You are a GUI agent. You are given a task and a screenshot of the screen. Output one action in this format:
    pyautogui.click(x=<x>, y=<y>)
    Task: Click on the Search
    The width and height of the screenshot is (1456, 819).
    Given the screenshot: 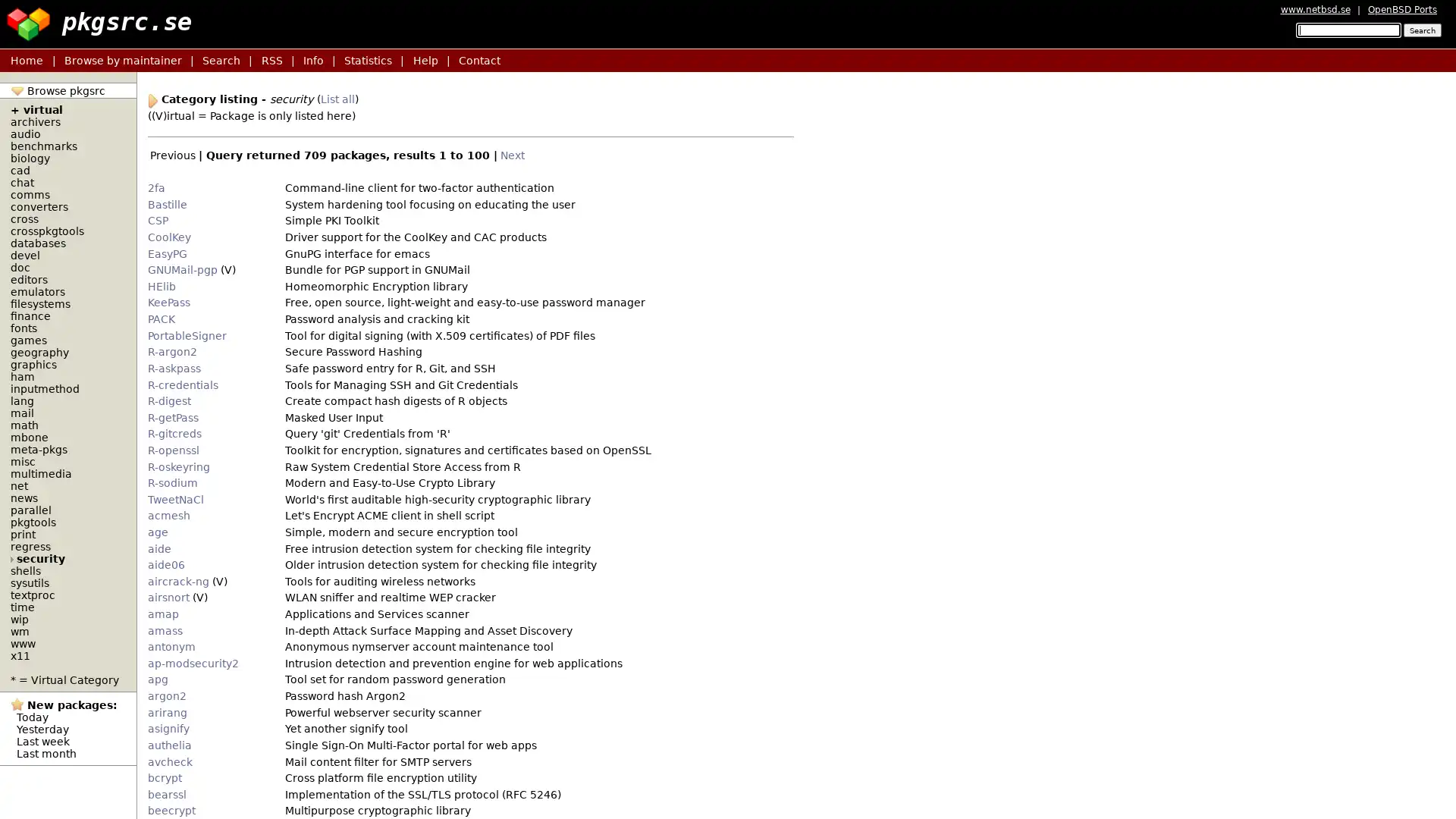 What is the action you would take?
    pyautogui.click(x=1421, y=30)
    